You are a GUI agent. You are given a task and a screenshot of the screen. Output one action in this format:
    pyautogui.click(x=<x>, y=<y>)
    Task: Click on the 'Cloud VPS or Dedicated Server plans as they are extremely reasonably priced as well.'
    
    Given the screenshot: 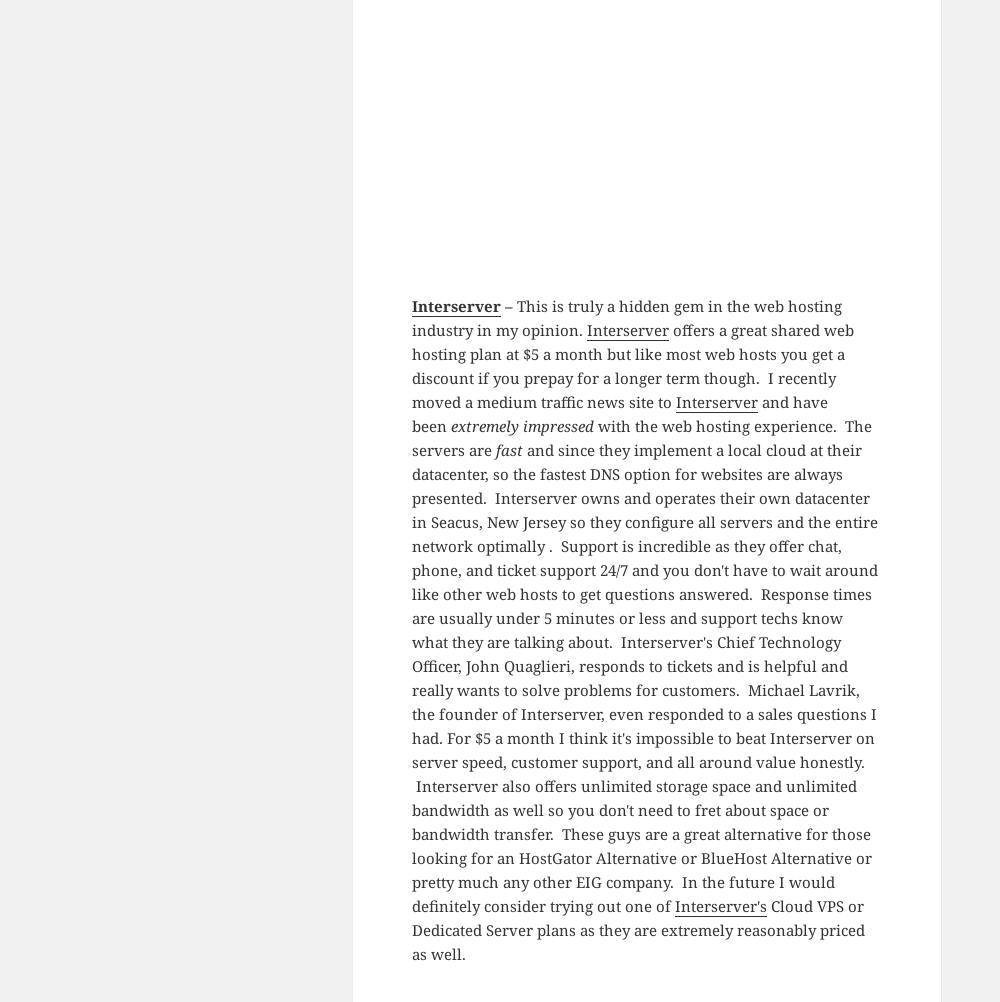 What is the action you would take?
    pyautogui.click(x=637, y=927)
    